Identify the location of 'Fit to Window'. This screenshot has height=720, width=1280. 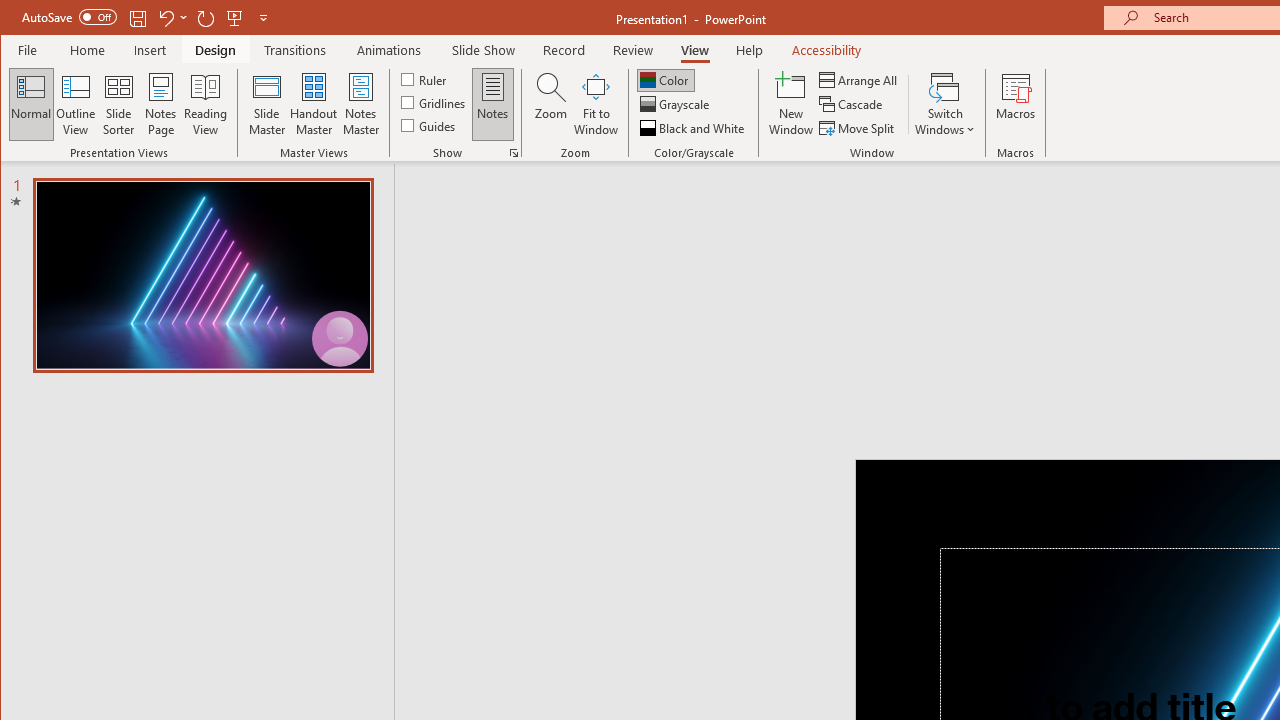
(595, 104).